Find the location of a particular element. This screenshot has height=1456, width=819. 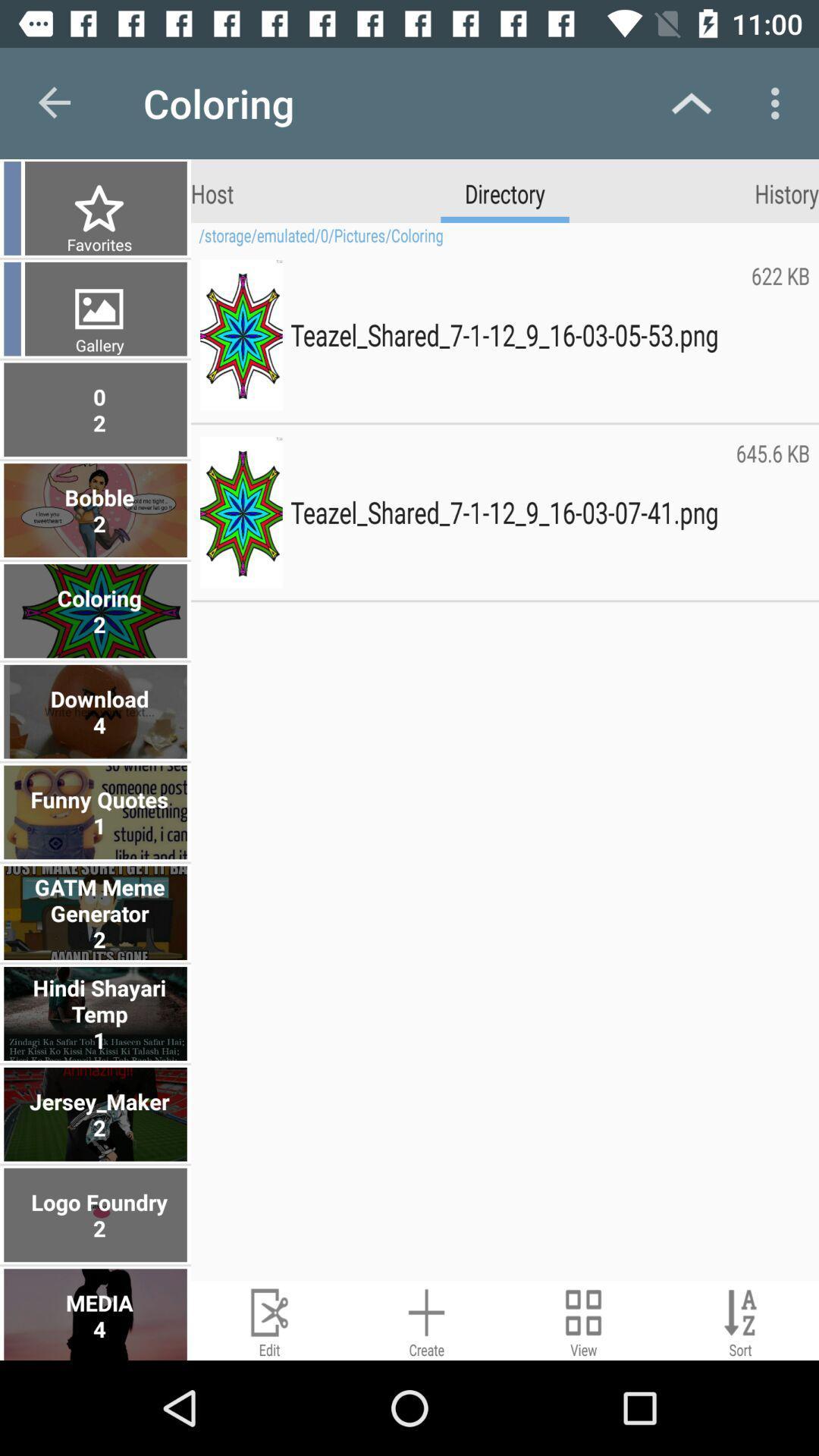

the logo foundry is located at coordinates (97, 1215).